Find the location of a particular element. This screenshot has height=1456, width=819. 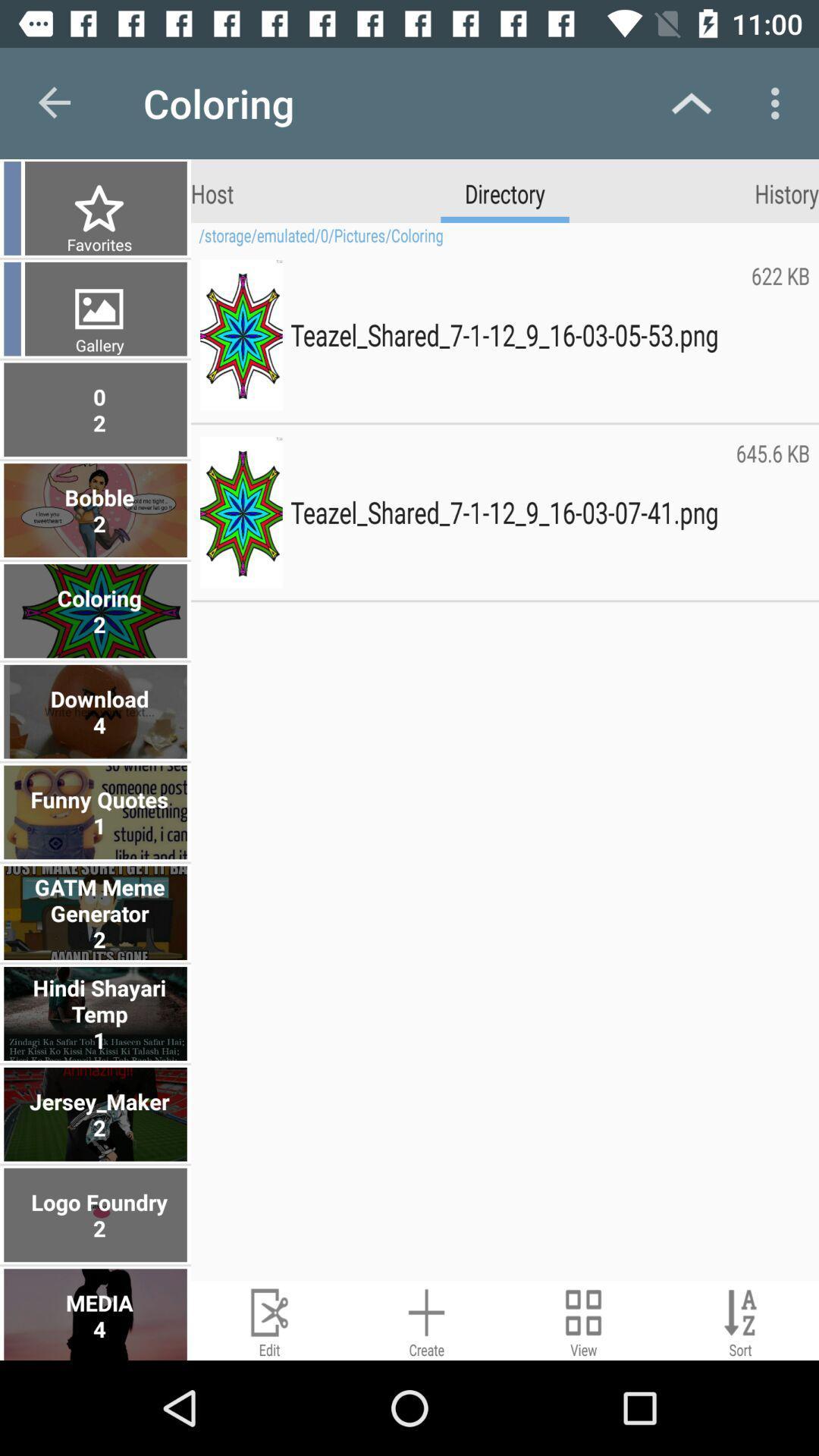

the logo foundry is located at coordinates (97, 1215).